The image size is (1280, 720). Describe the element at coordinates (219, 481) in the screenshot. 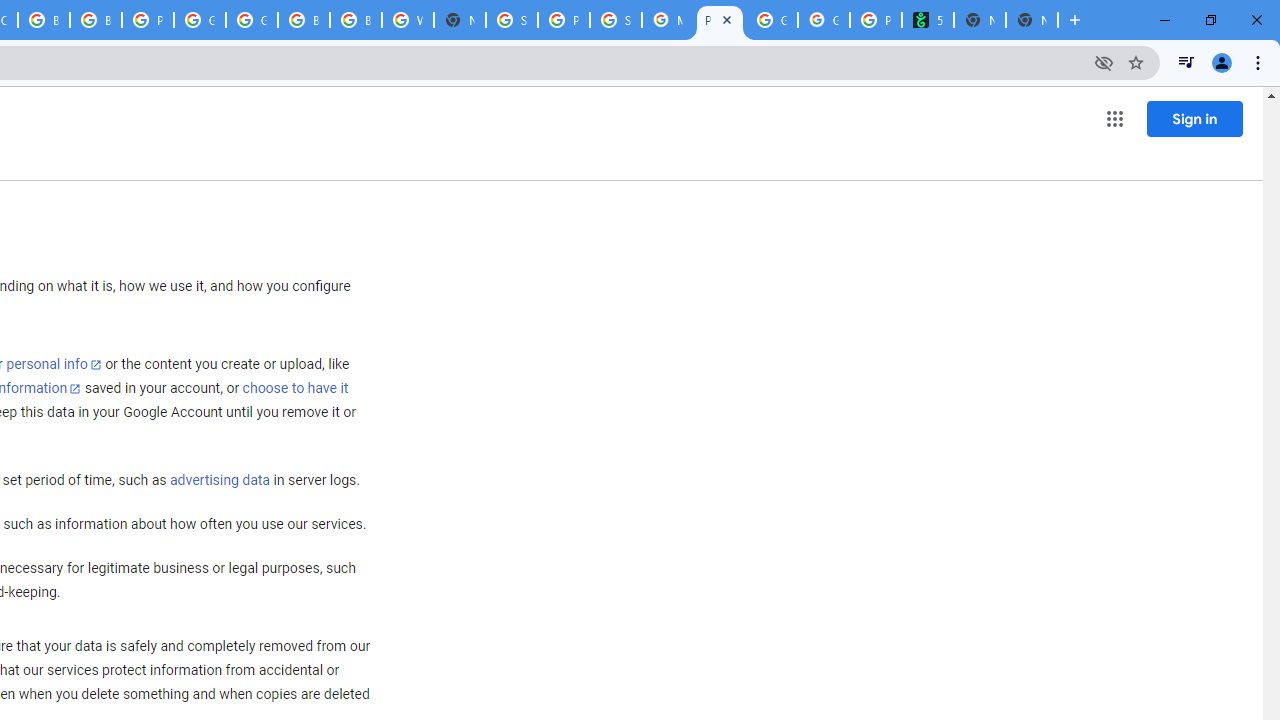

I see `'advertising data'` at that location.